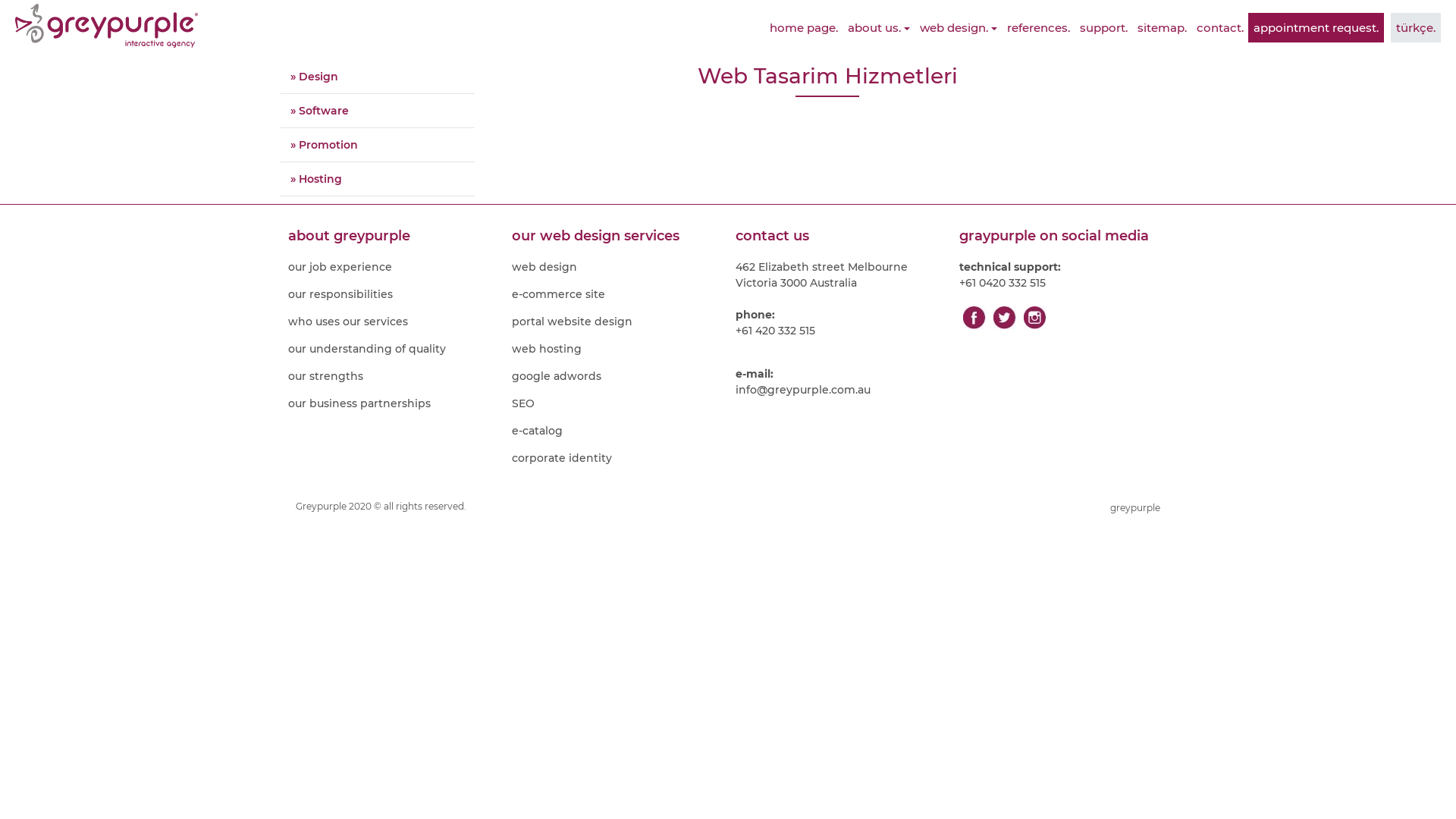 The height and width of the screenshot is (819, 1456). Describe the element at coordinates (512, 236) in the screenshot. I see `'our web design services'` at that location.